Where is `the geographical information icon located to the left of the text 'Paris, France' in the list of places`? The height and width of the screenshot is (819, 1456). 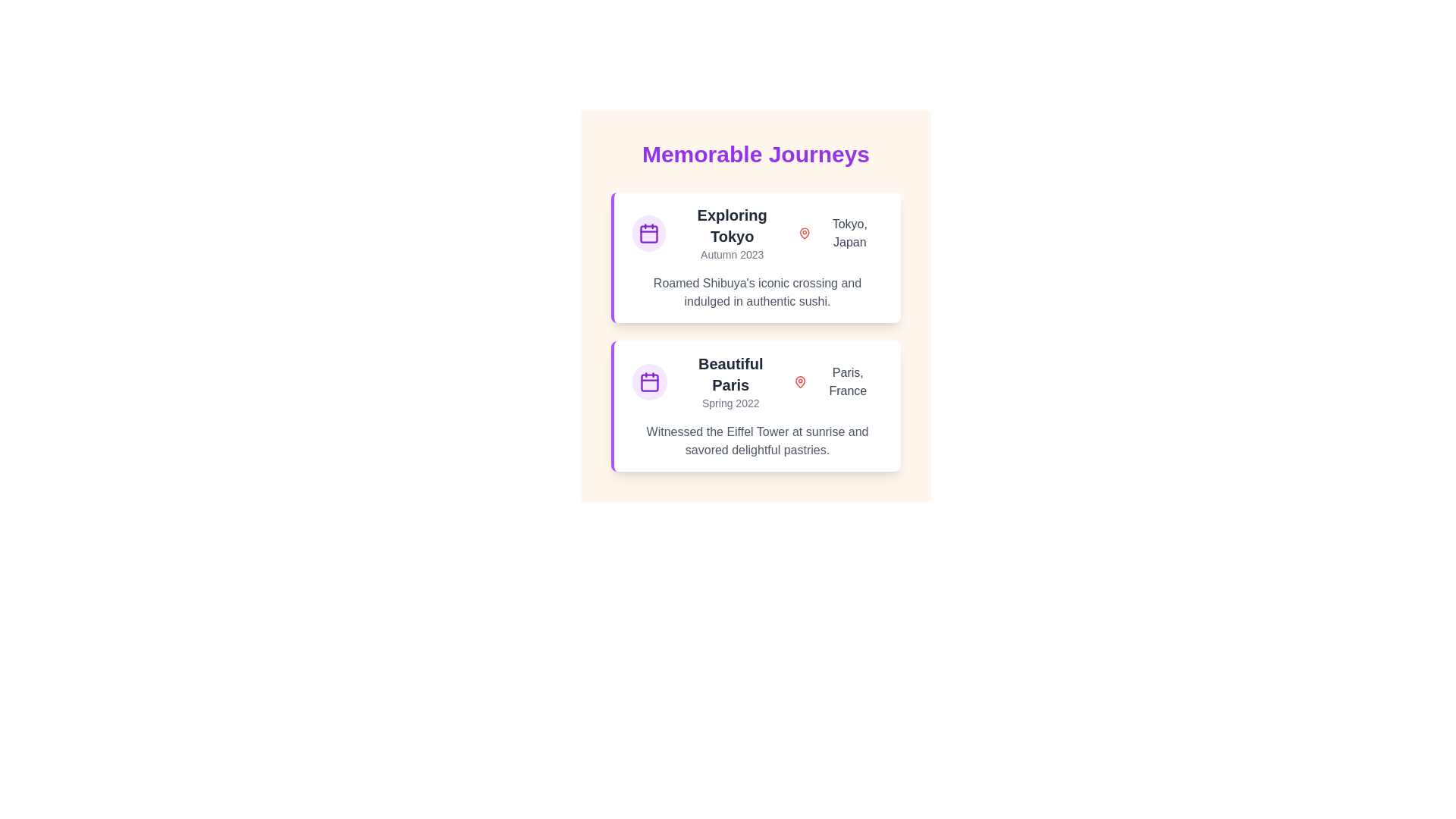
the geographical information icon located to the left of the text 'Paris, France' in the list of places is located at coordinates (799, 381).